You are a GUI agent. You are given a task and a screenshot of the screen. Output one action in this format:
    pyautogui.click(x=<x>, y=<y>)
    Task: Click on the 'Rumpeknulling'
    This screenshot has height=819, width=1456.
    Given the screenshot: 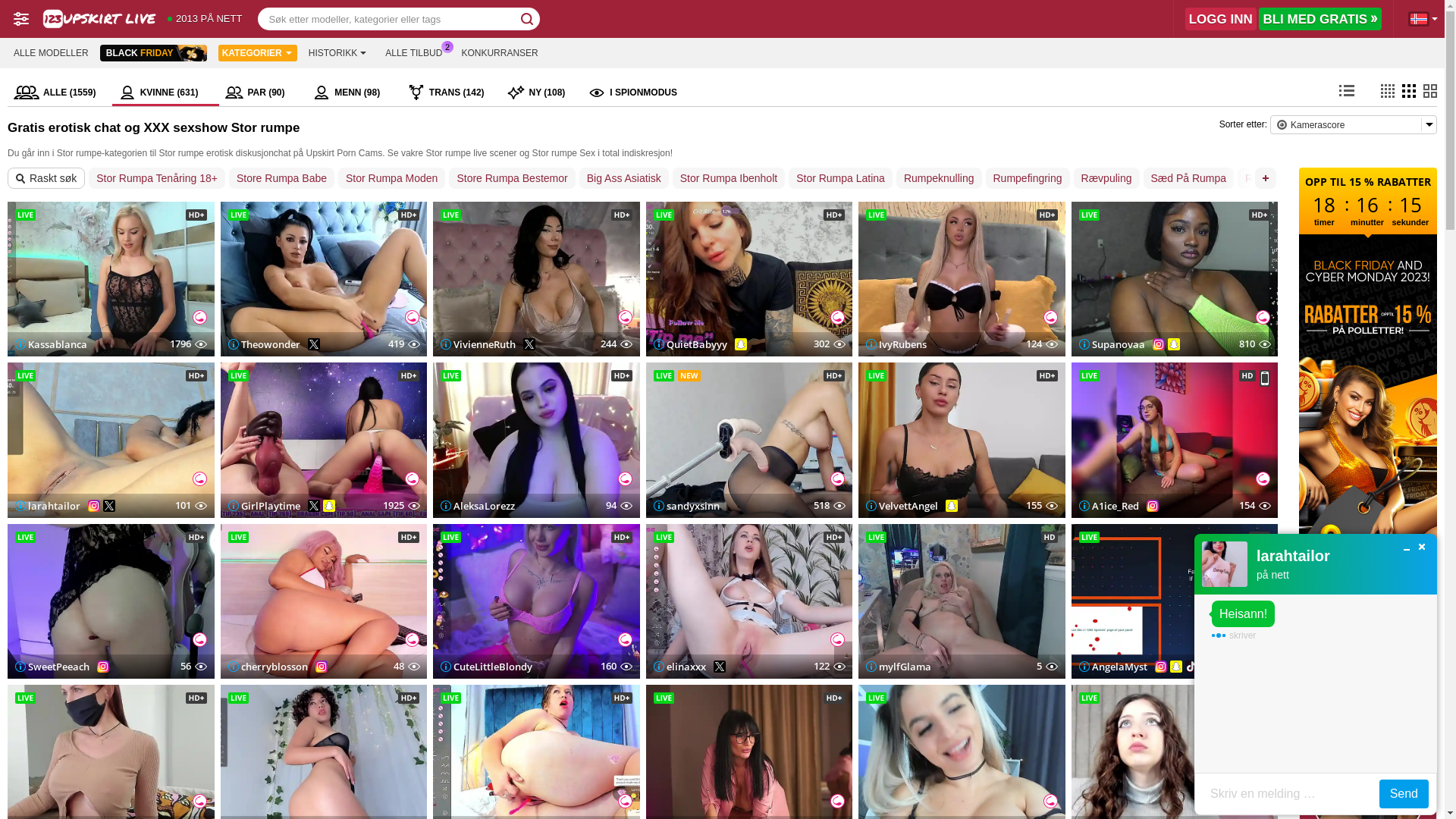 What is the action you would take?
    pyautogui.click(x=938, y=177)
    